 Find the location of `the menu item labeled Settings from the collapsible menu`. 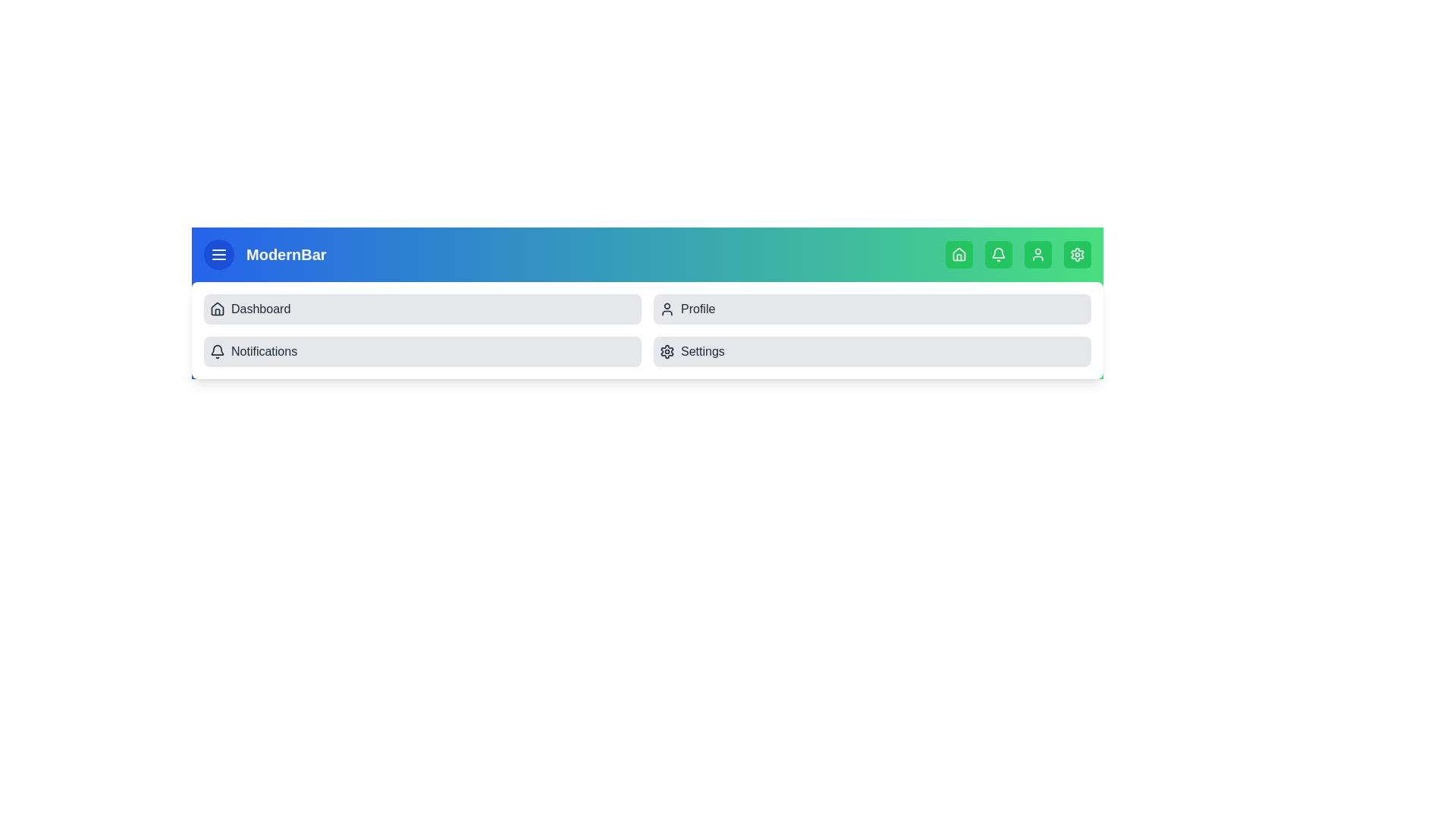

the menu item labeled Settings from the collapsible menu is located at coordinates (872, 351).